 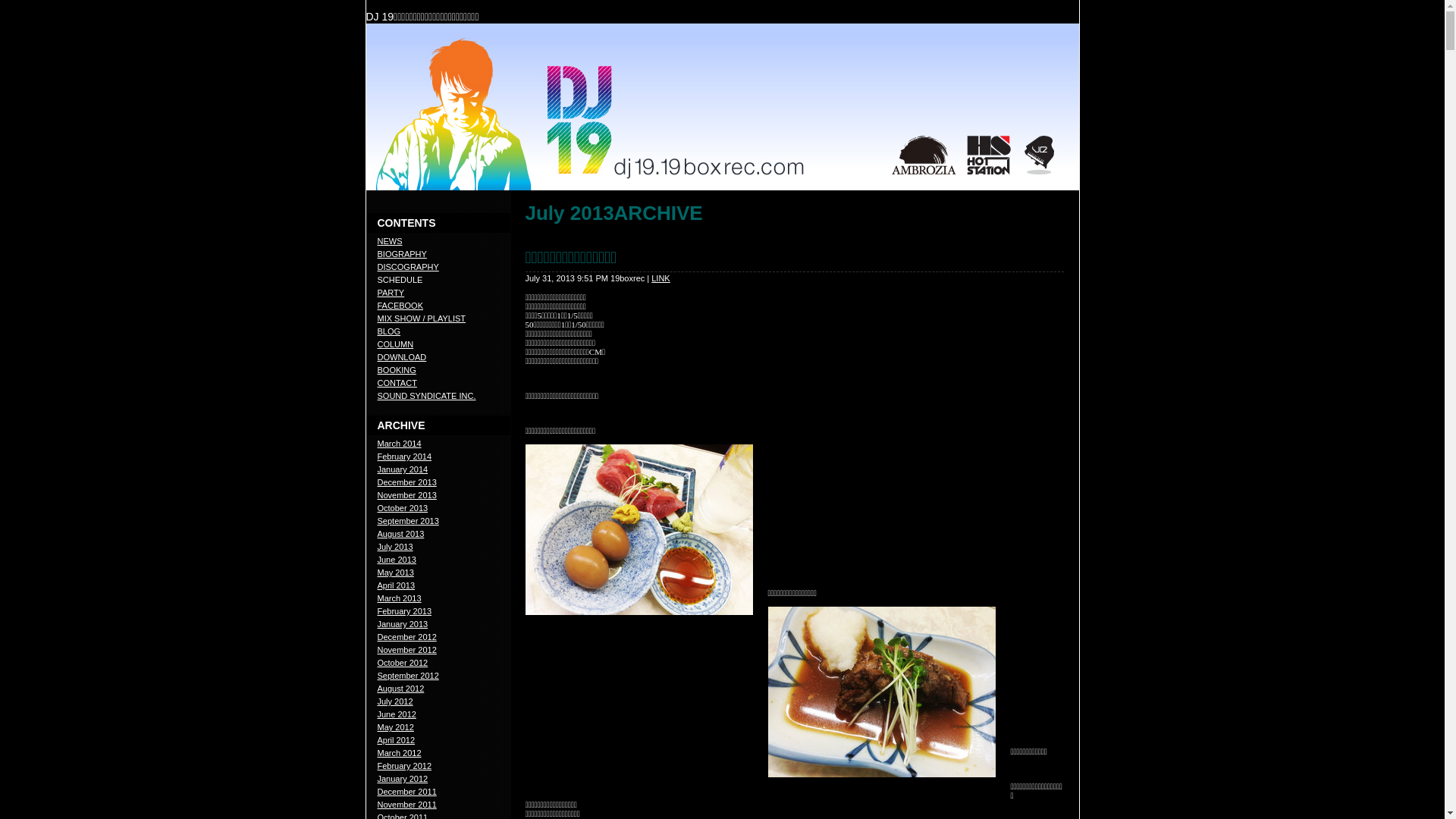 I want to click on 'FACEBOOK', so click(x=400, y=305).